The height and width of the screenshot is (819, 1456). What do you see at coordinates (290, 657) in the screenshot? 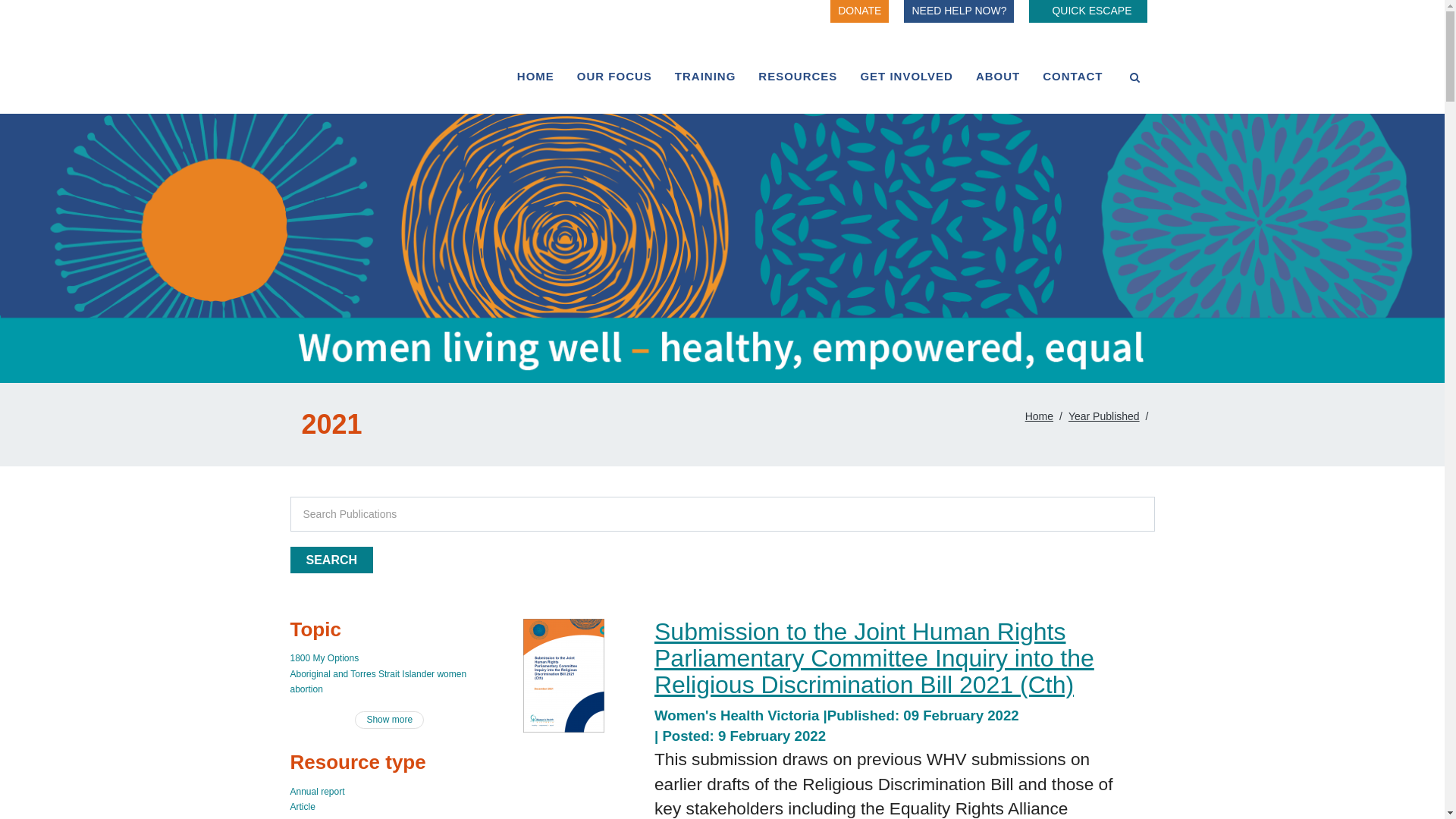
I see `'1800 My Options'` at bounding box center [290, 657].